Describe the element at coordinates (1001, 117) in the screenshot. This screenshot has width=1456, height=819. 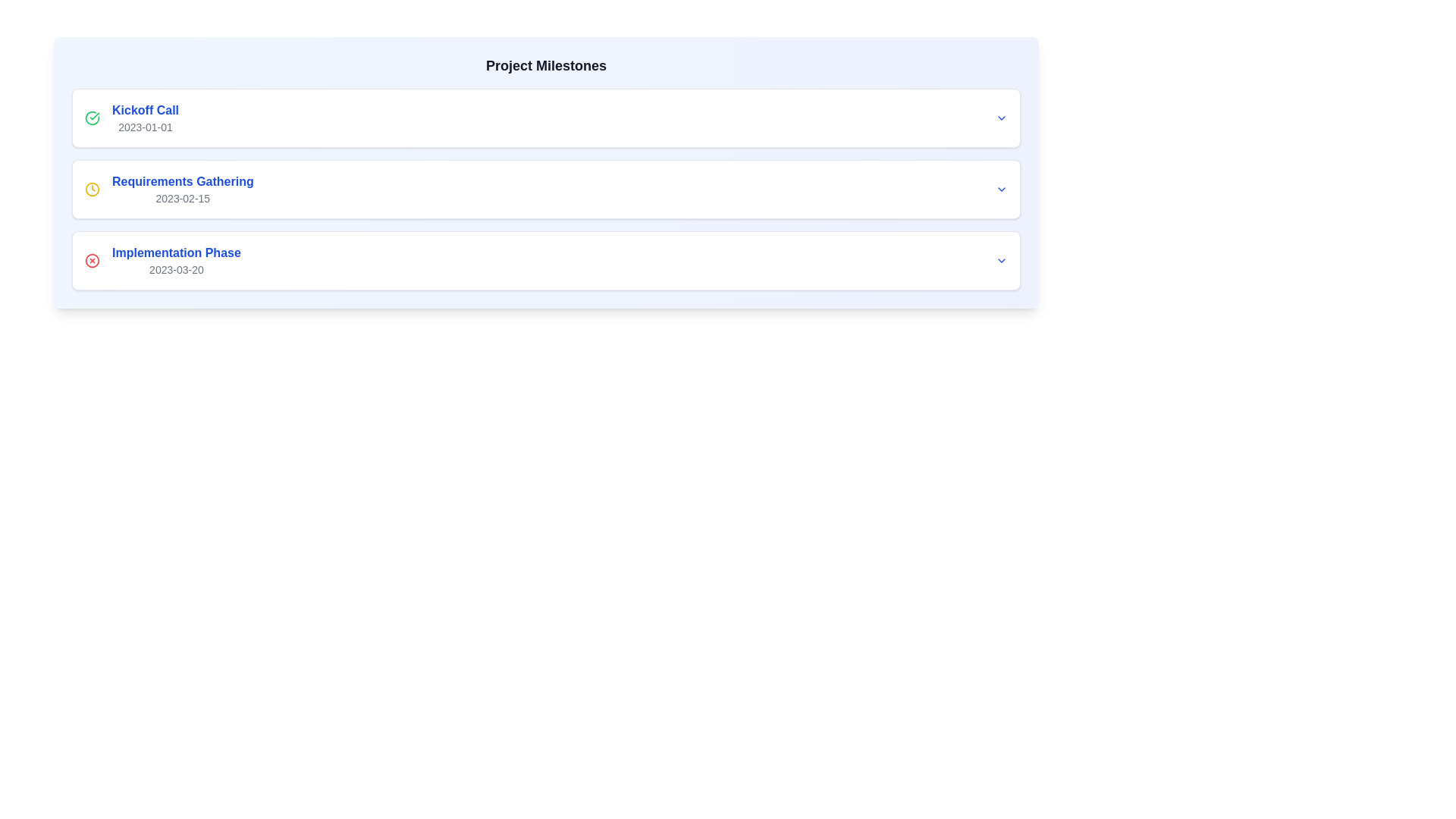
I see `the downward-facing blue arrow icon button located at the right end of the 'Kickoff Call' milestone` at that location.